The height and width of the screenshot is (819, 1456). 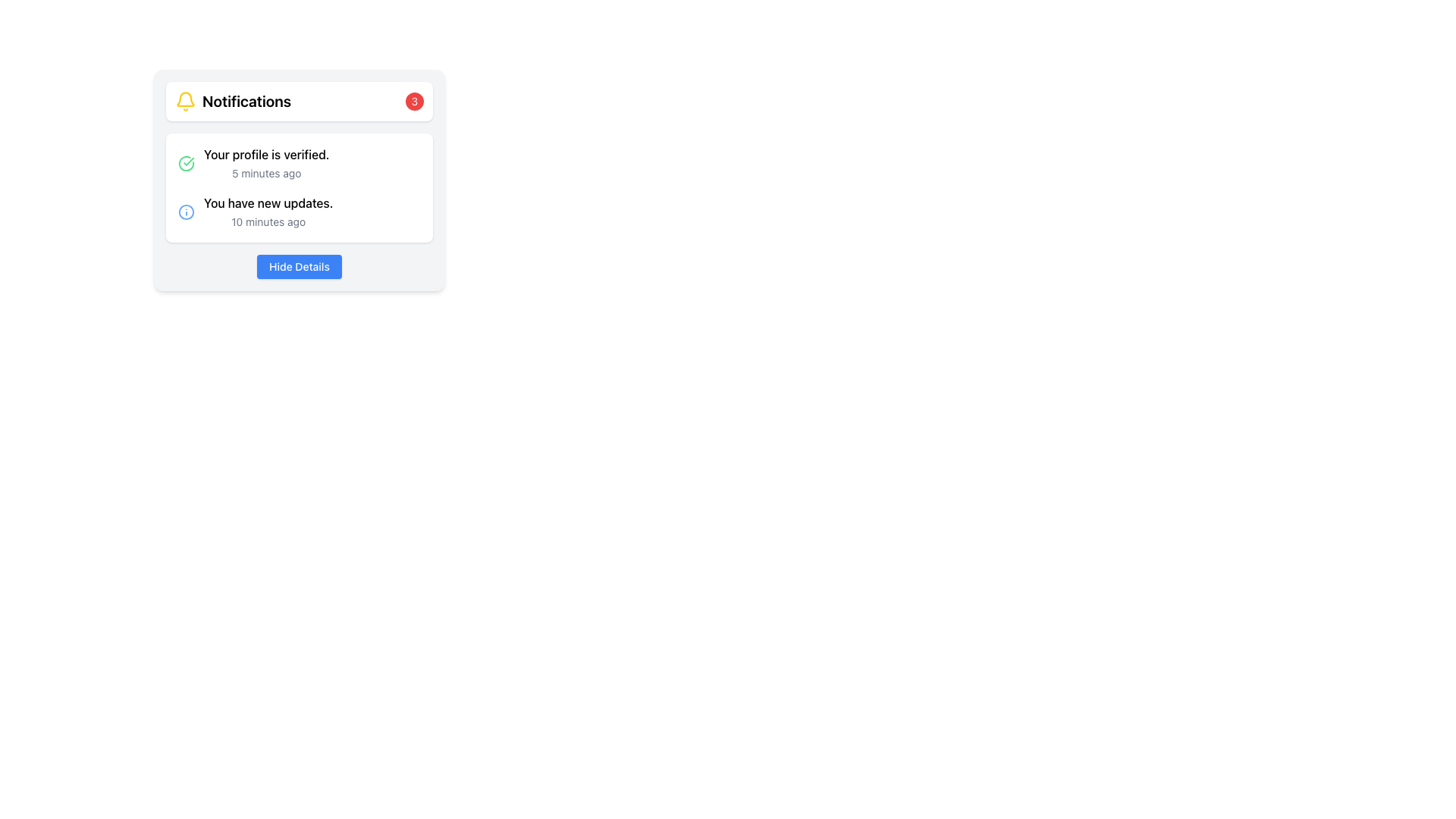 What do you see at coordinates (185, 212) in the screenshot?
I see `the circular SVG element with a thin stroke outline located in the top-right of the notification box` at bounding box center [185, 212].